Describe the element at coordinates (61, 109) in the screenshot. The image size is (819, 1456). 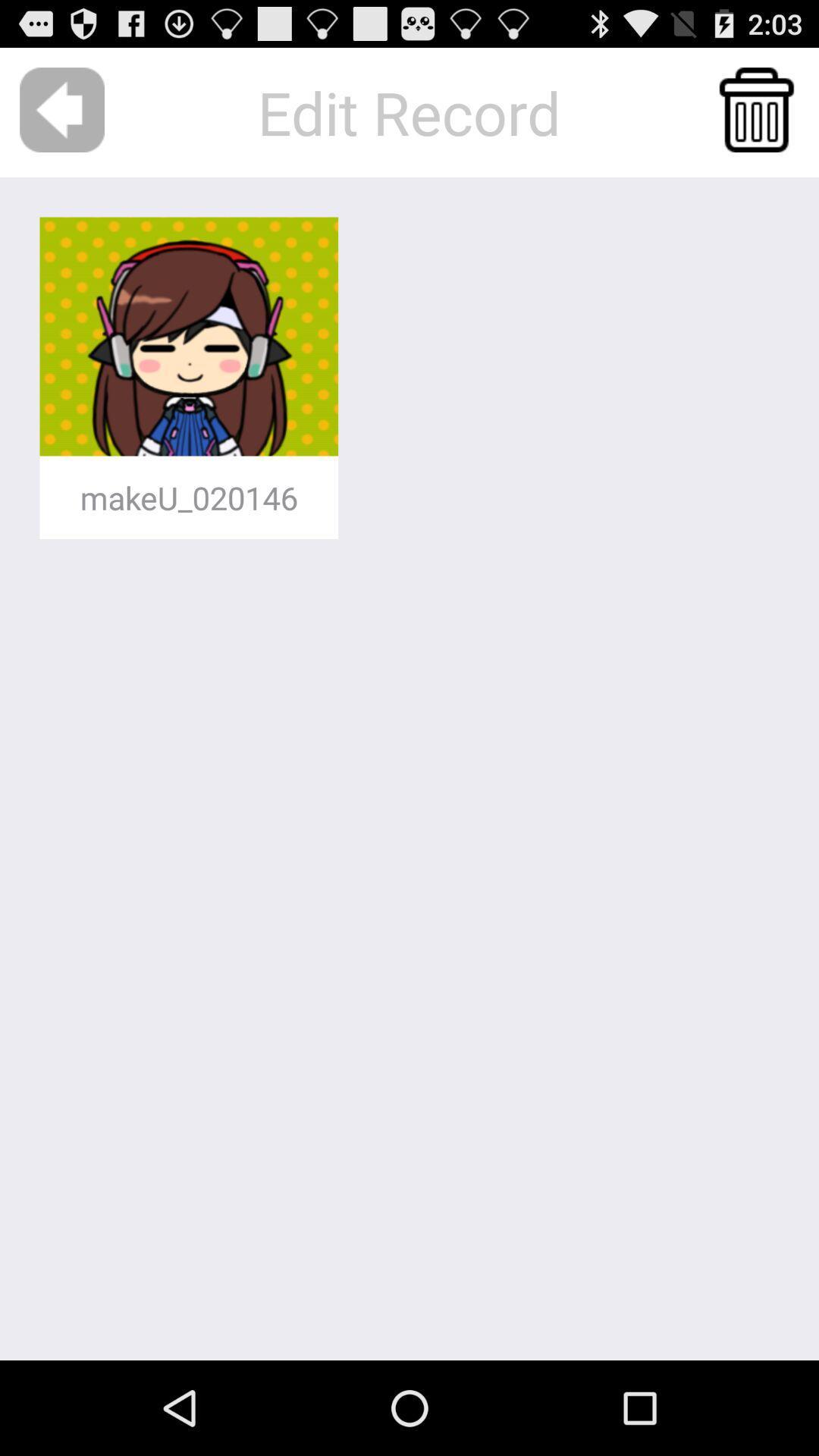
I see `the item next to edit record icon` at that location.